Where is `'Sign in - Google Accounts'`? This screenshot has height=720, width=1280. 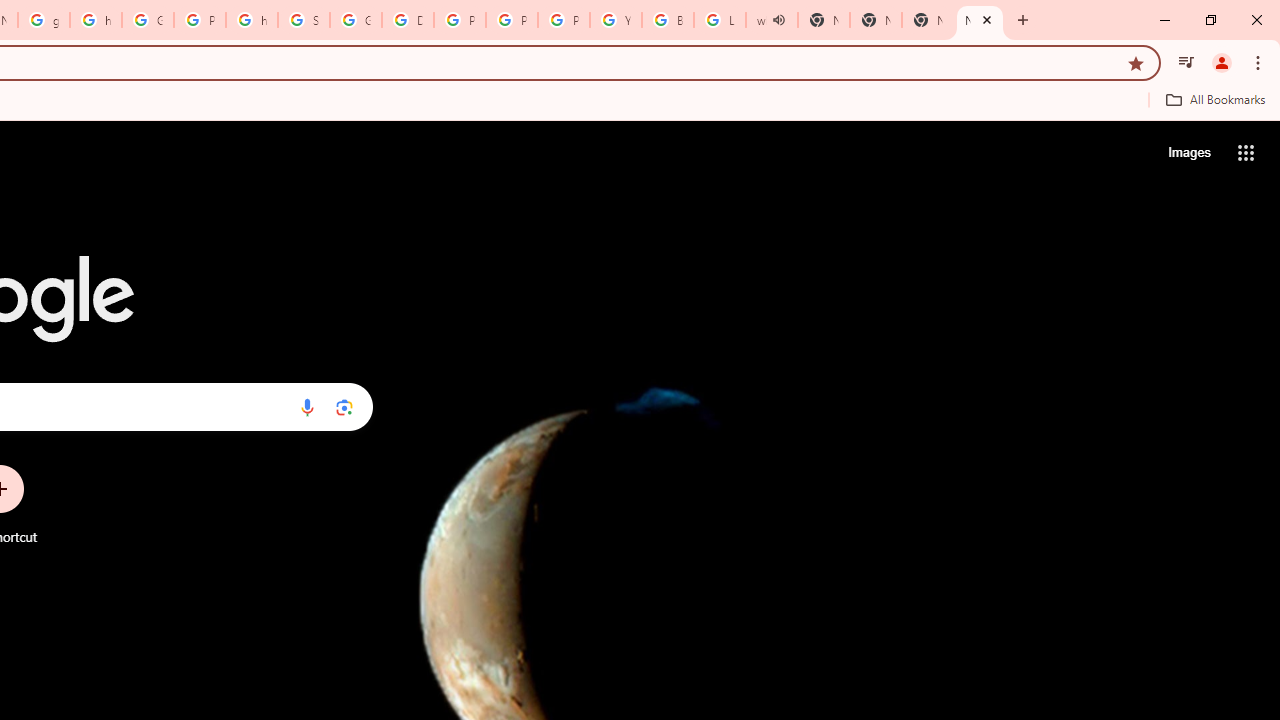
'Sign in - Google Accounts' is located at coordinates (303, 20).